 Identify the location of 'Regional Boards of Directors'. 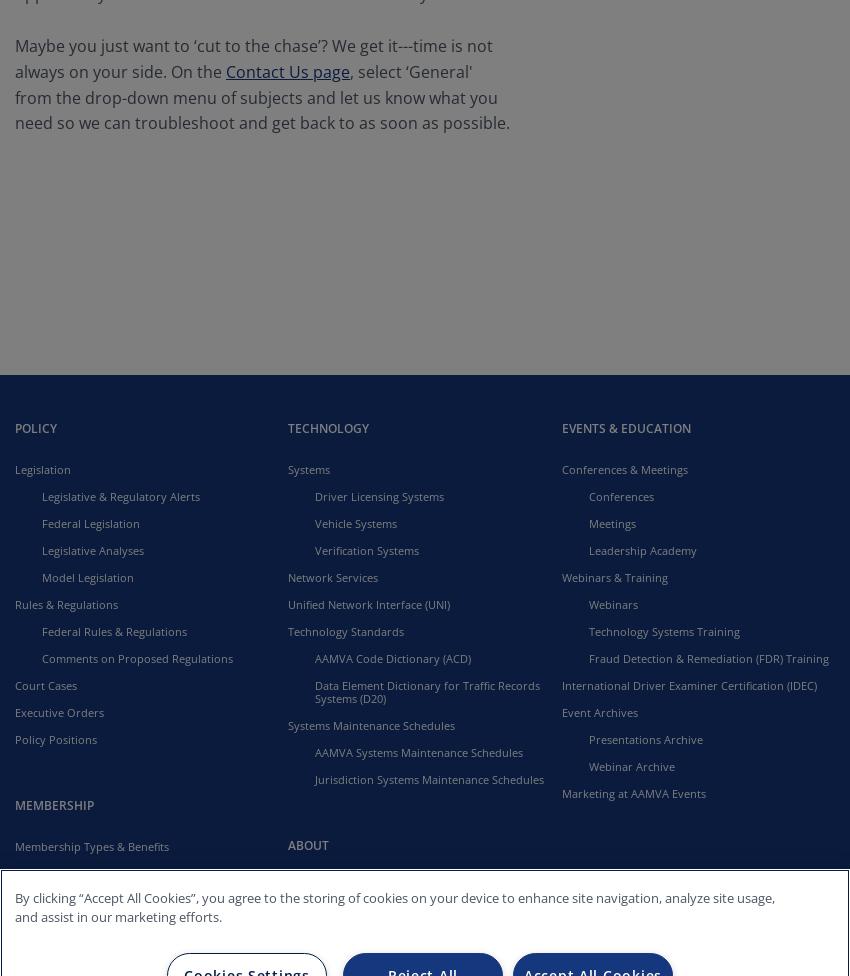
(389, 938).